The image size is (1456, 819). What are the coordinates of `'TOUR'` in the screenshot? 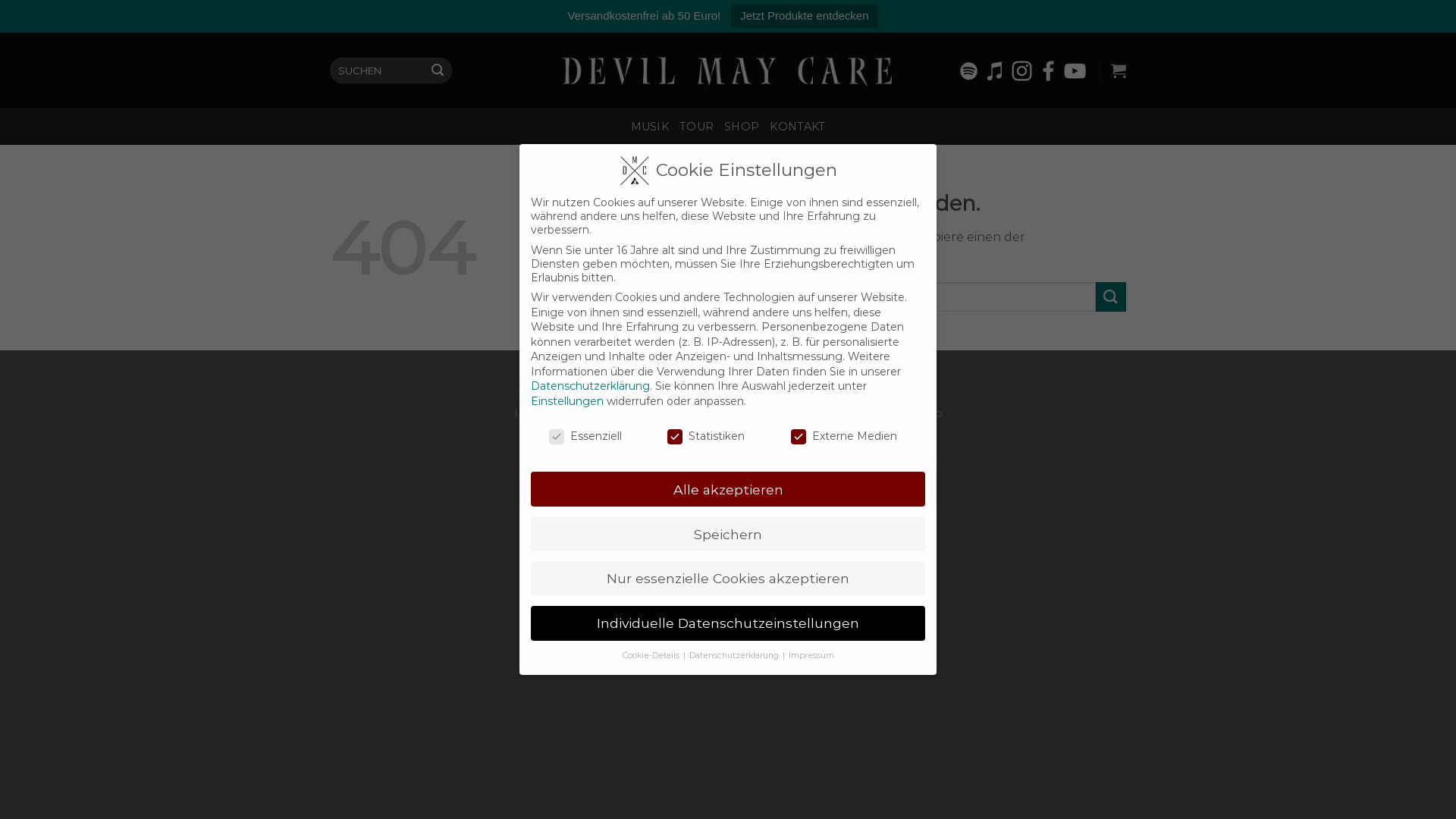 It's located at (695, 125).